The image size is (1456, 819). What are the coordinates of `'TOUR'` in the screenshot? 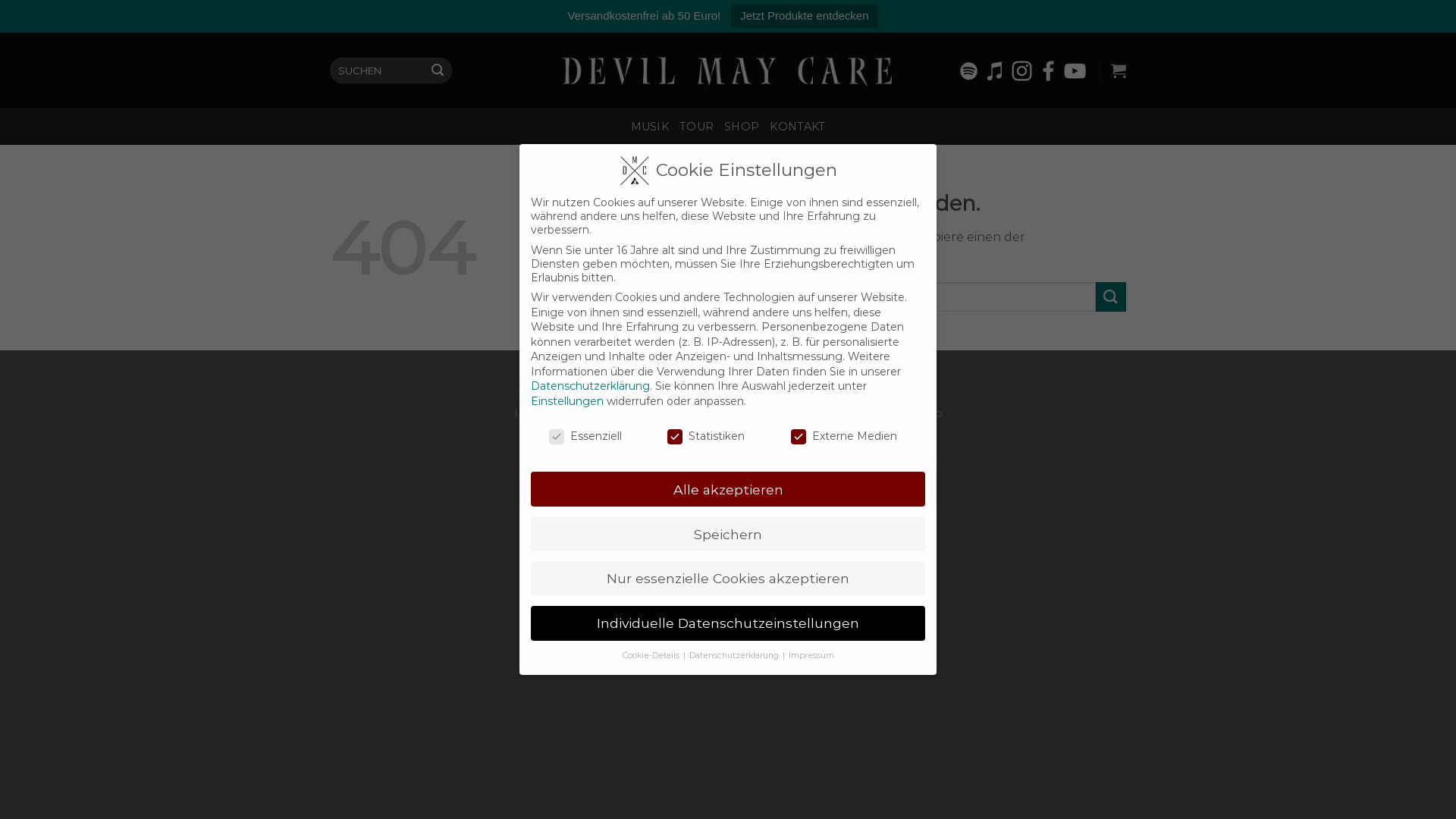 It's located at (695, 125).